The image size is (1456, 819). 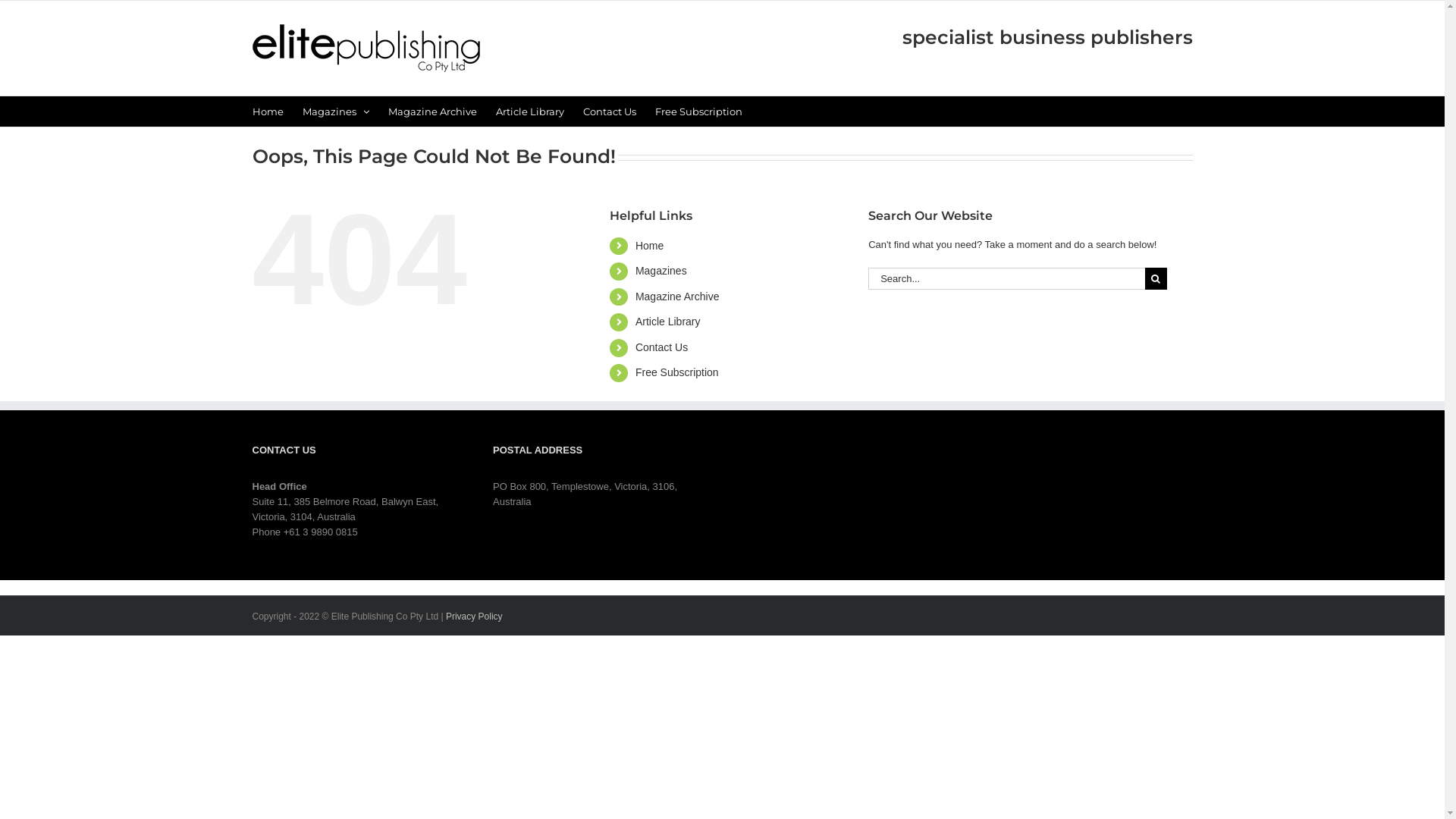 I want to click on 'Privacy Policy', so click(x=473, y=617).